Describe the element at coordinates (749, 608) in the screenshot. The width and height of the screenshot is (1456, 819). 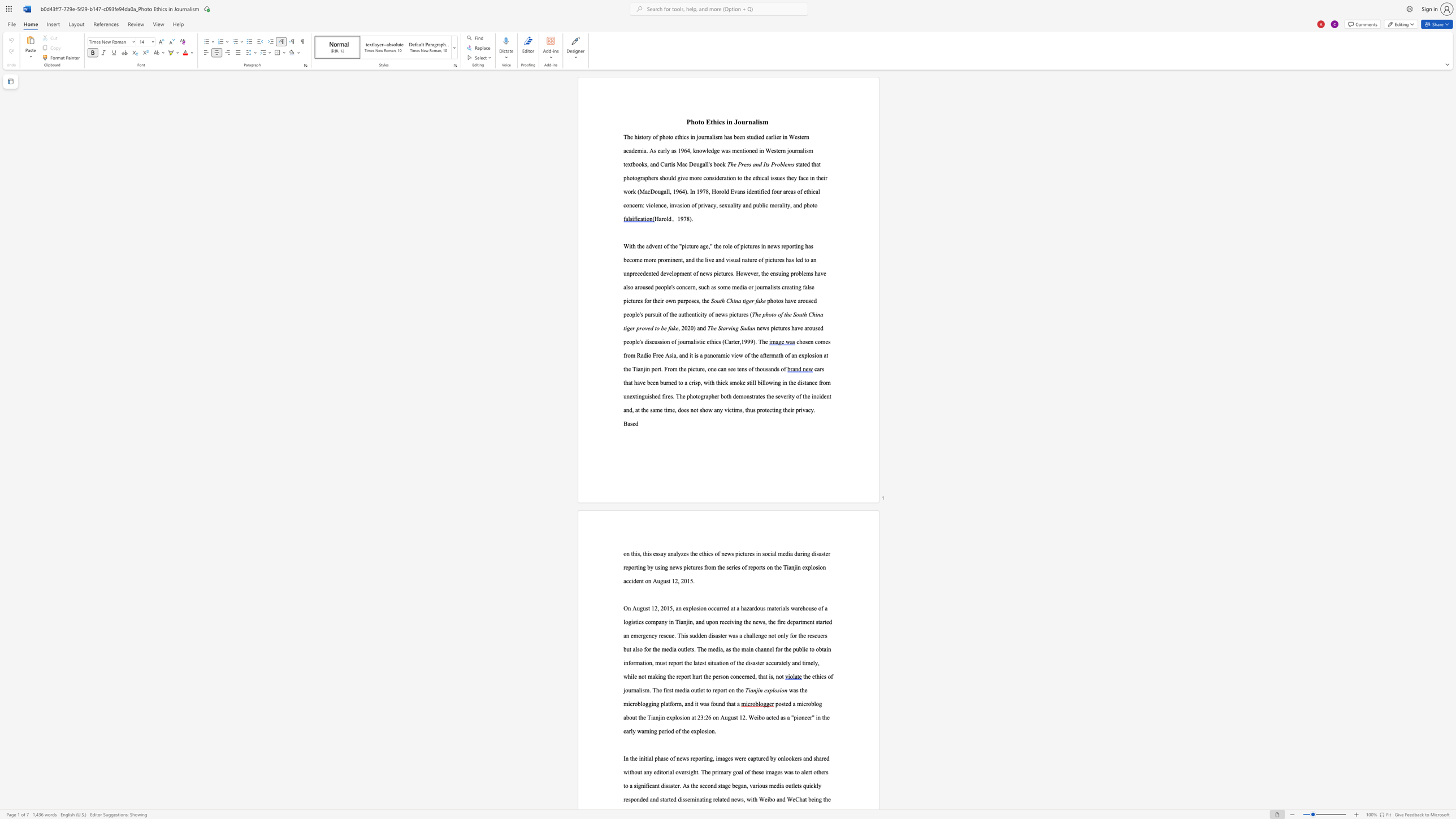
I see `the subset text "ardous mate" within the text "On August 12, 2015, an explosion occurred at a hazardous materials warehouse of"` at that location.